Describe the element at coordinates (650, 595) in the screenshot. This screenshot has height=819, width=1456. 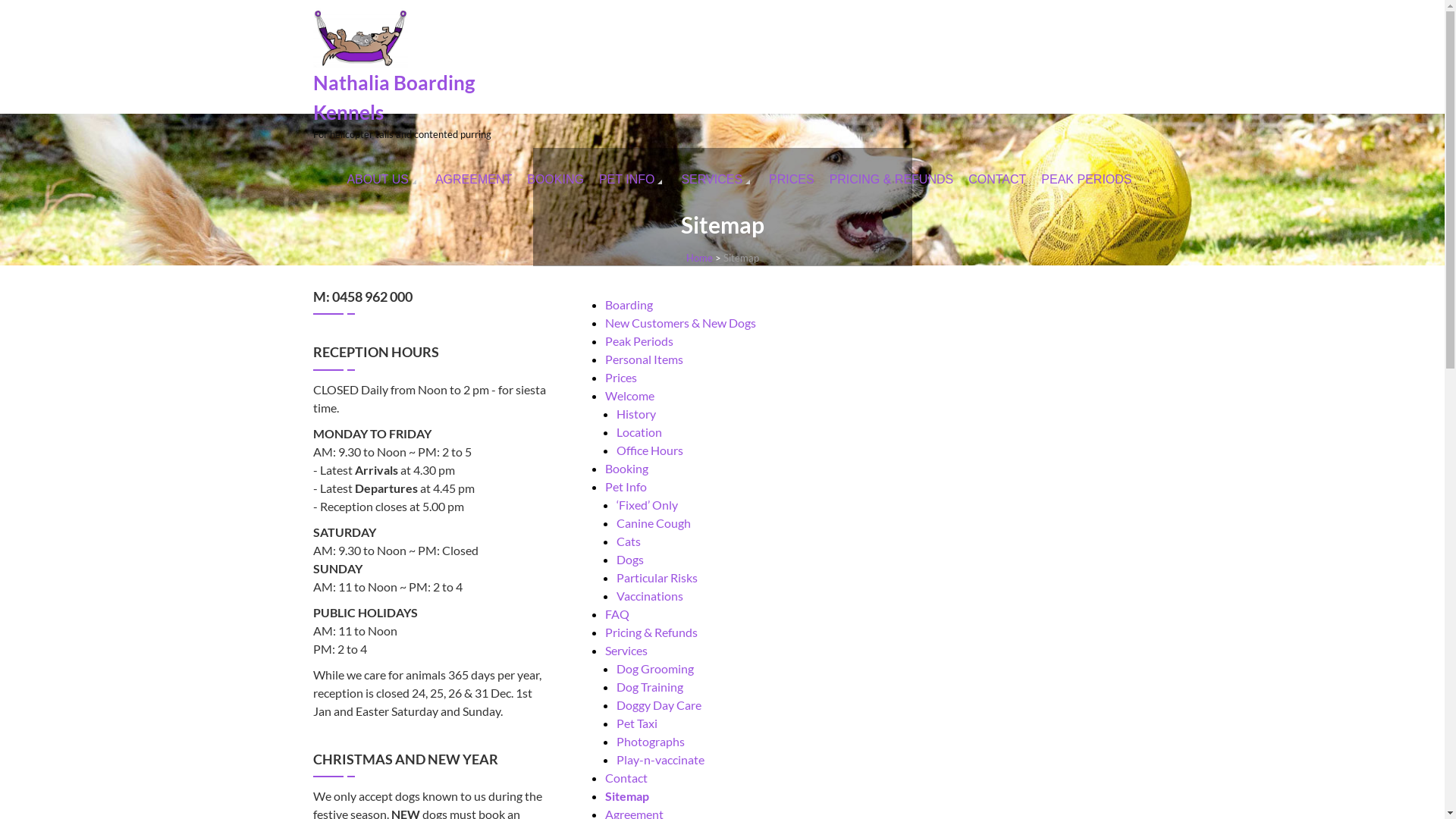
I see `'Vaccinations'` at that location.